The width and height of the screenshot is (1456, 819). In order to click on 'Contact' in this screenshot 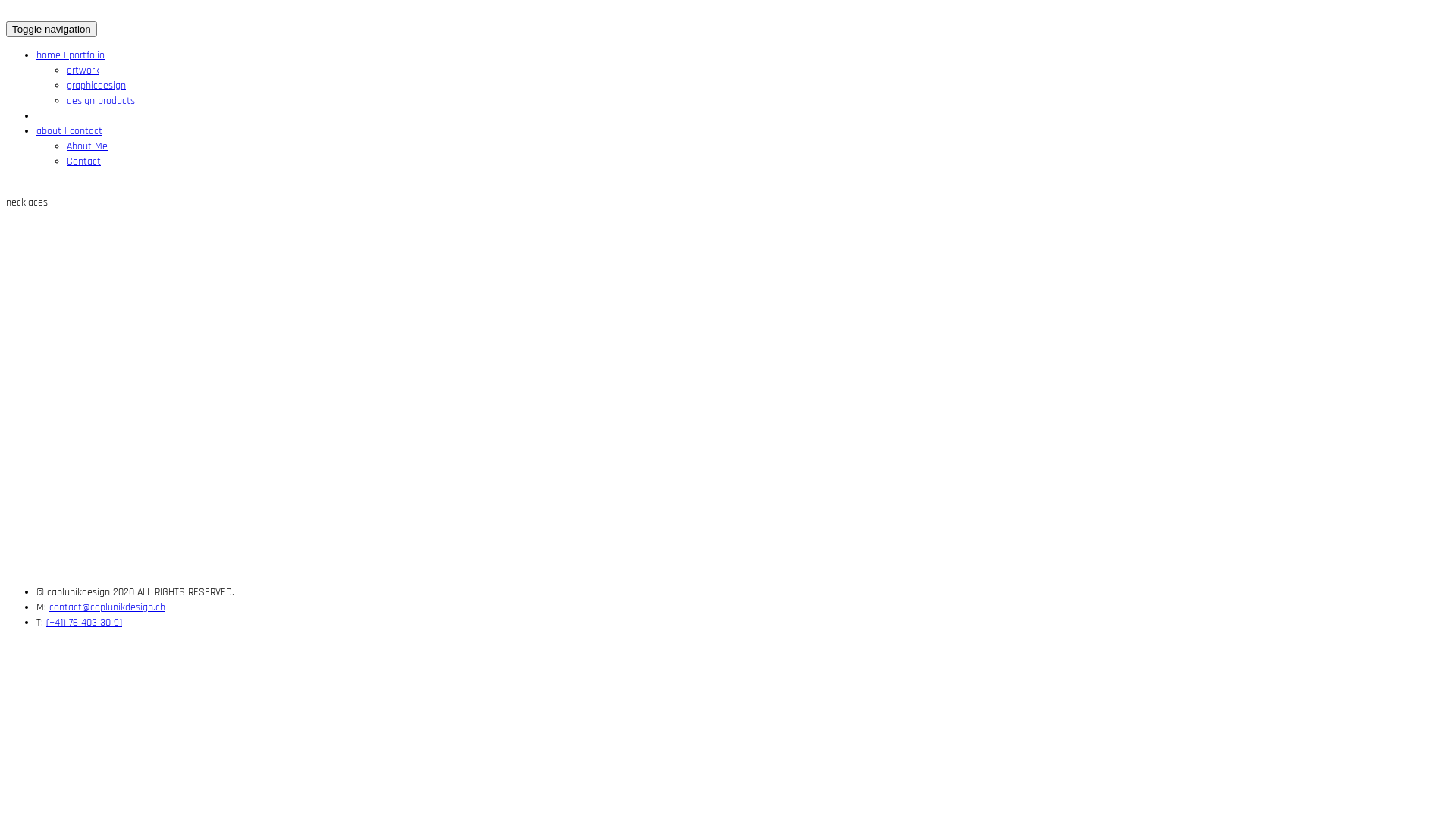, I will do `click(65, 161)`.